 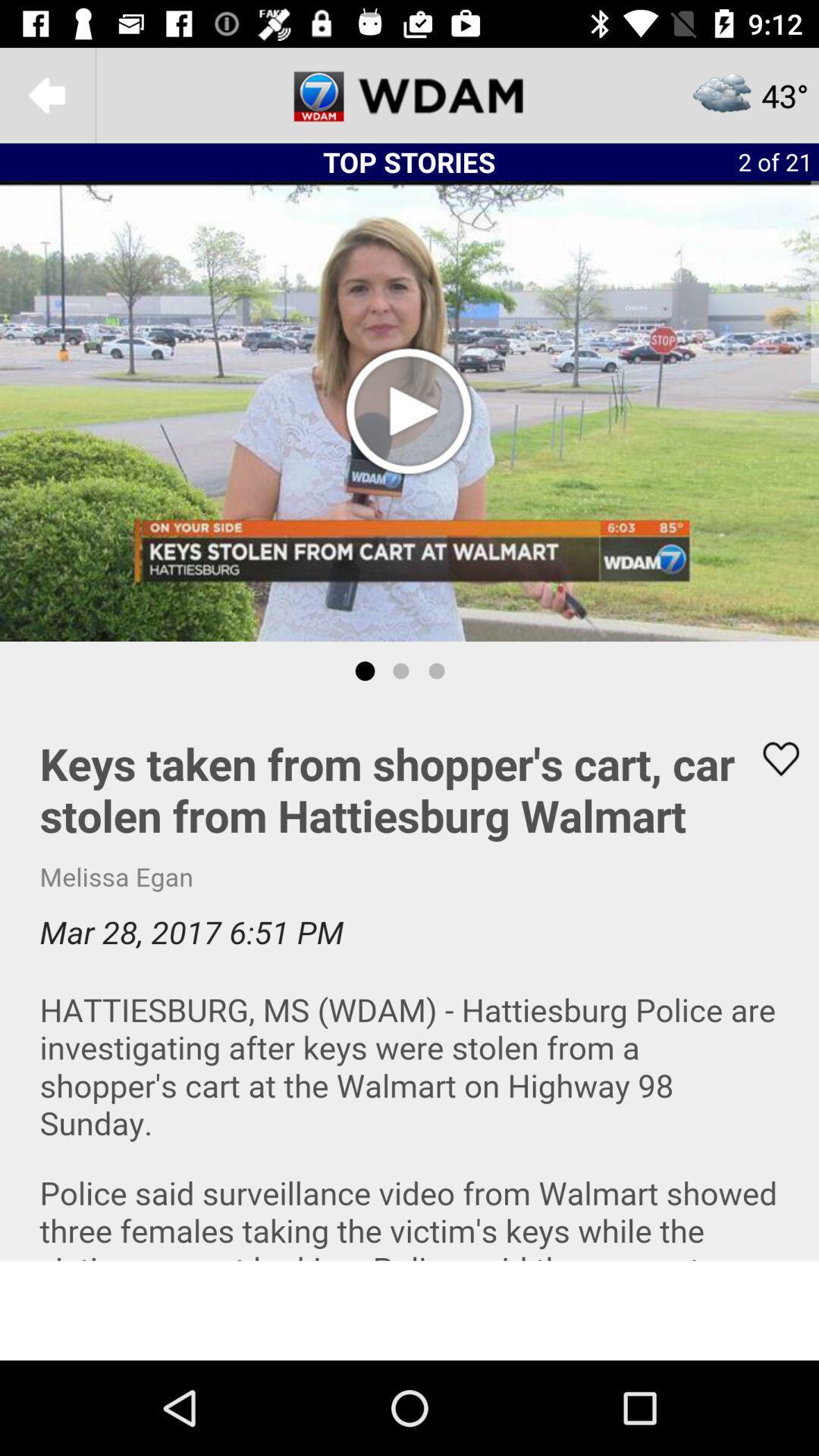 I want to click on go back, so click(x=46, y=94).